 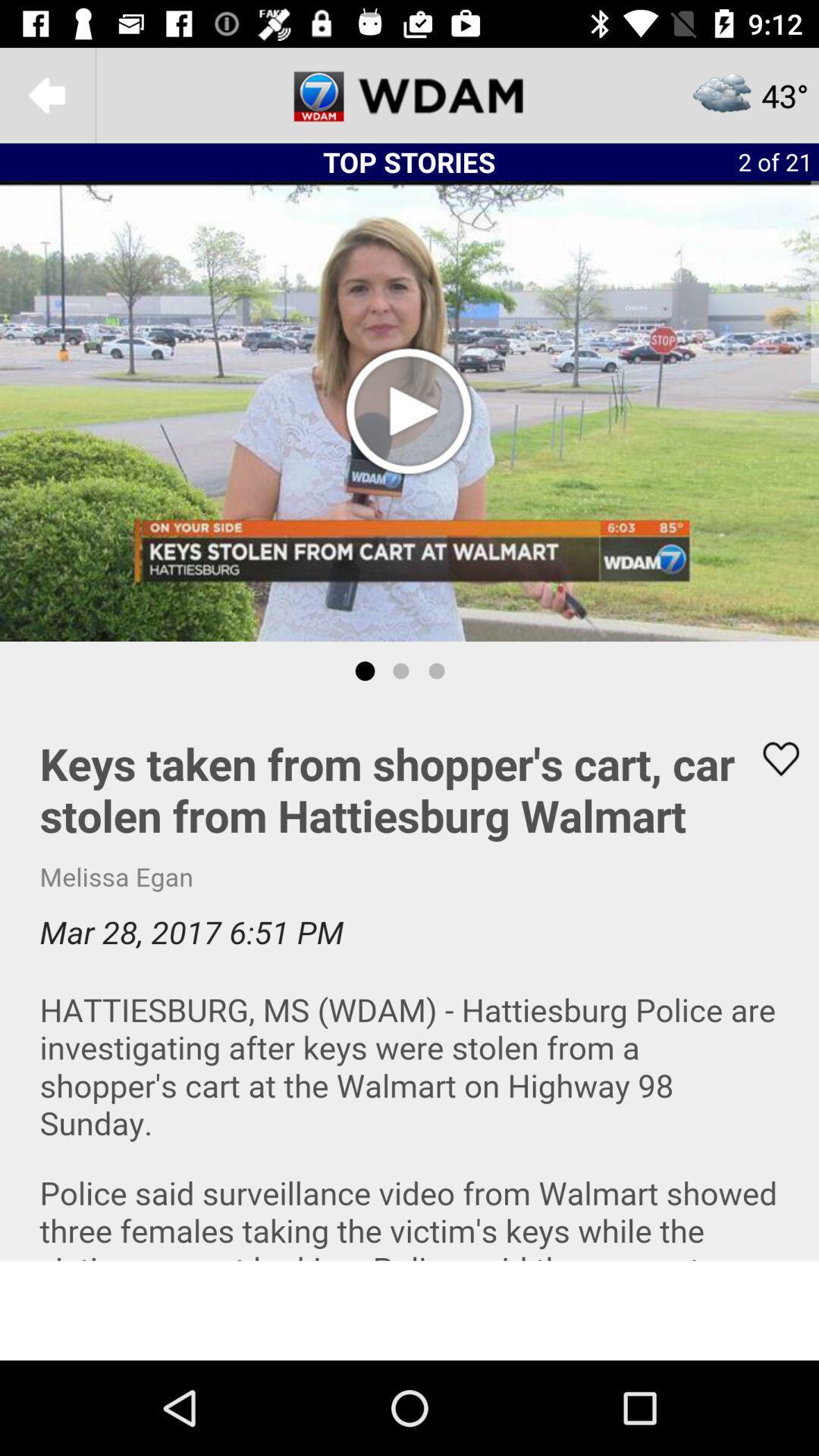 I want to click on go back, so click(x=46, y=94).